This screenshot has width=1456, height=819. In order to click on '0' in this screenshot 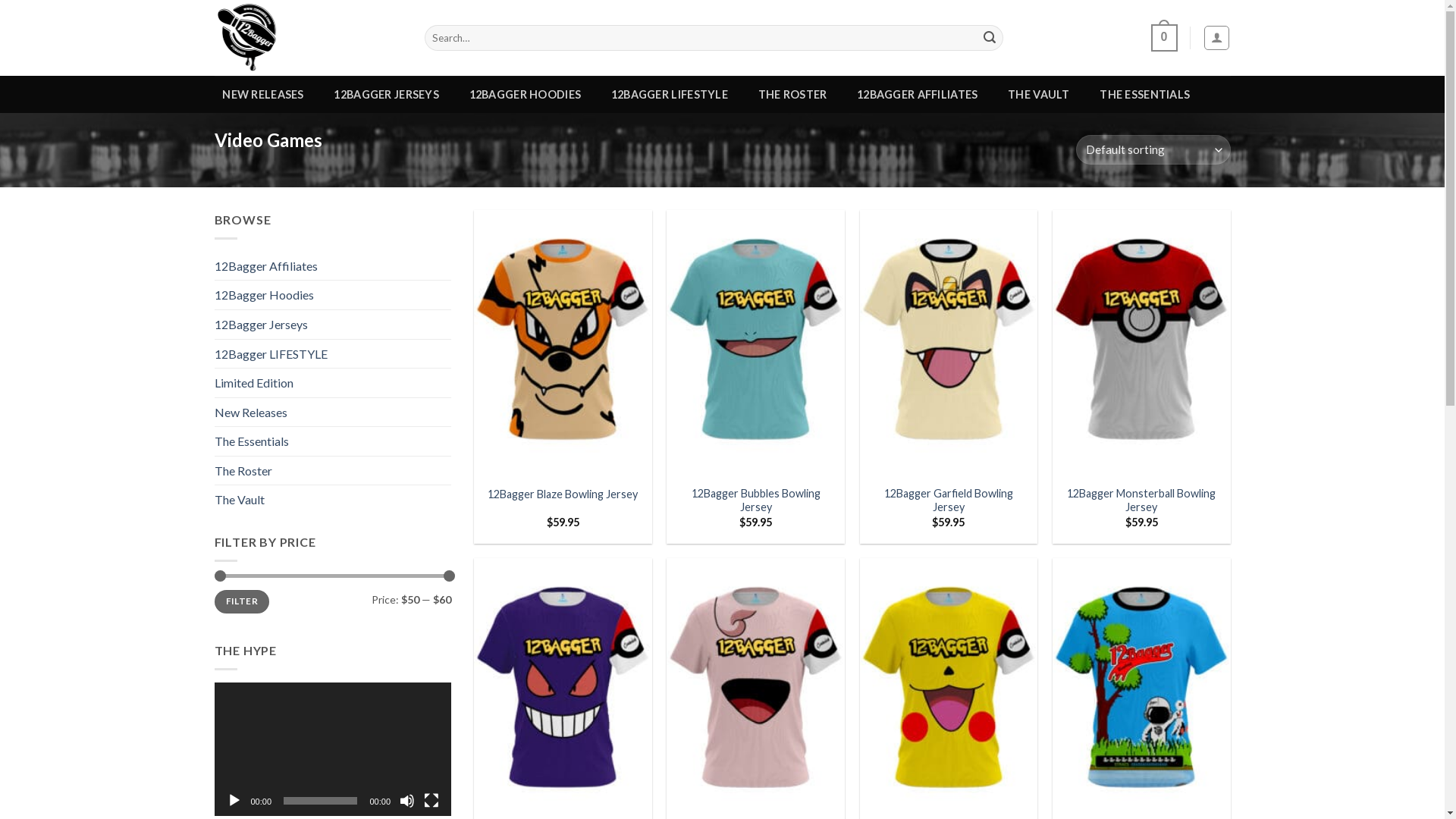, I will do `click(1150, 37)`.